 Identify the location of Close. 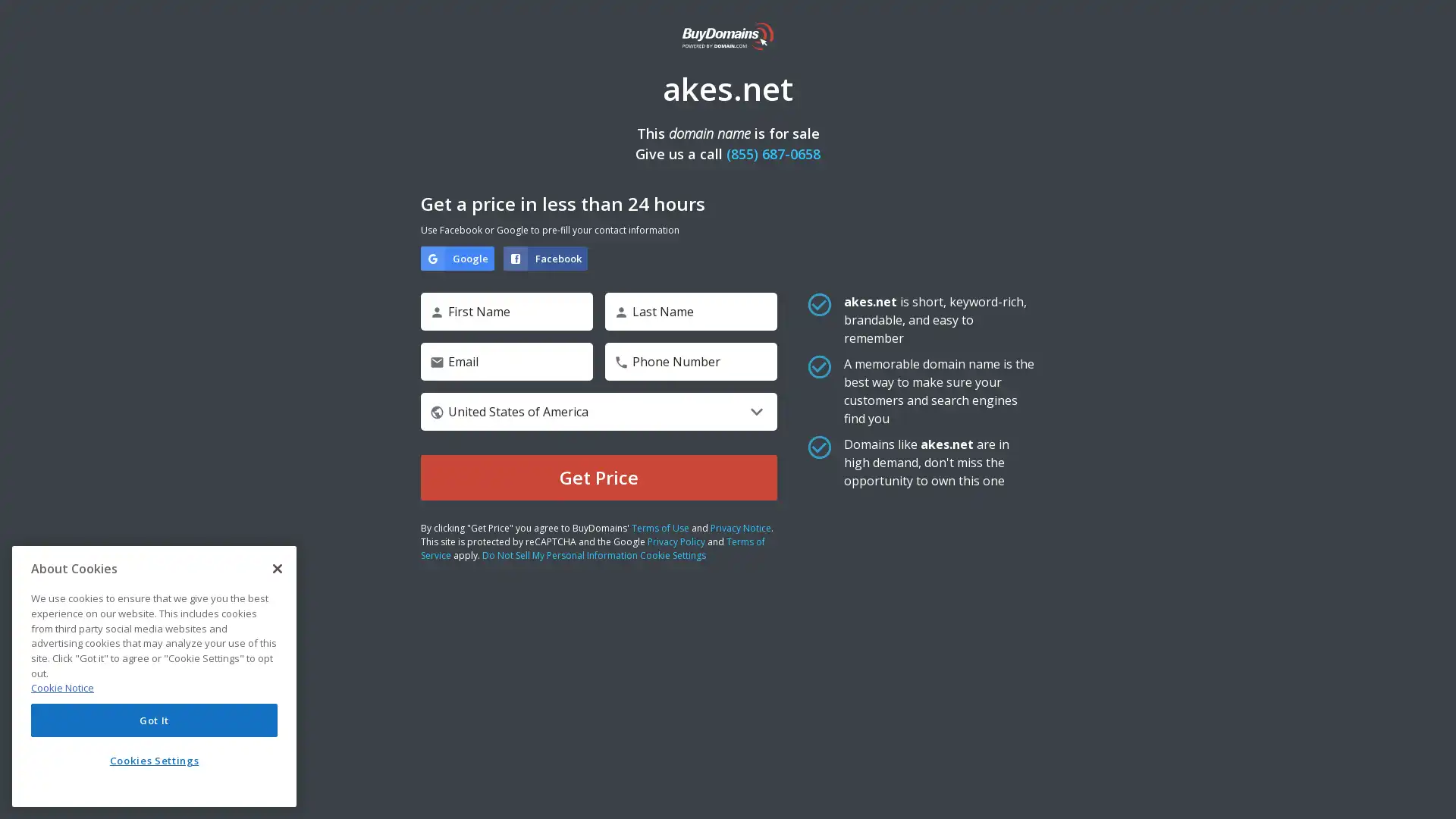
(277, 568).